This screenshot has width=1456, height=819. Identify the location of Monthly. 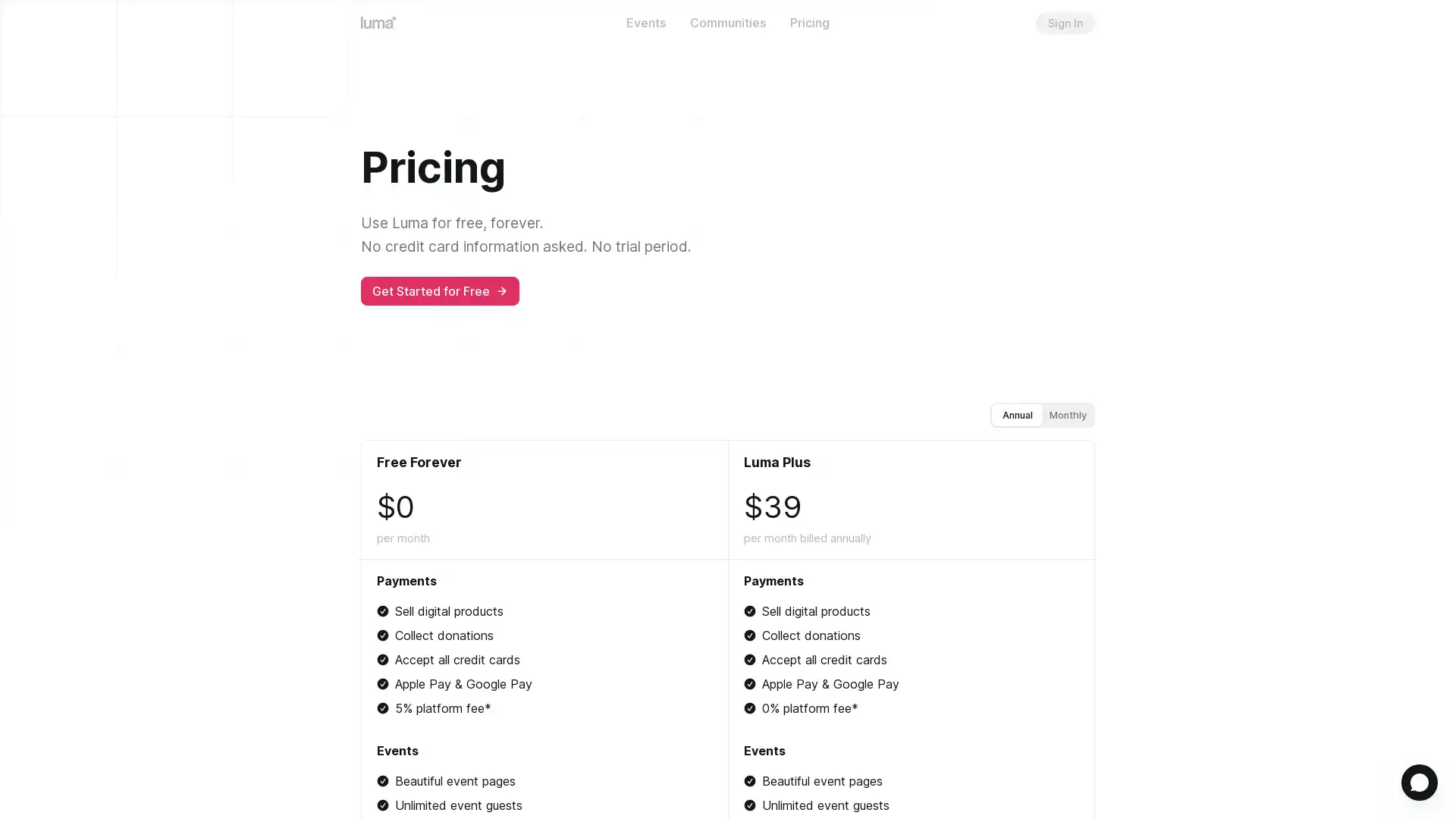
(1067, 414).